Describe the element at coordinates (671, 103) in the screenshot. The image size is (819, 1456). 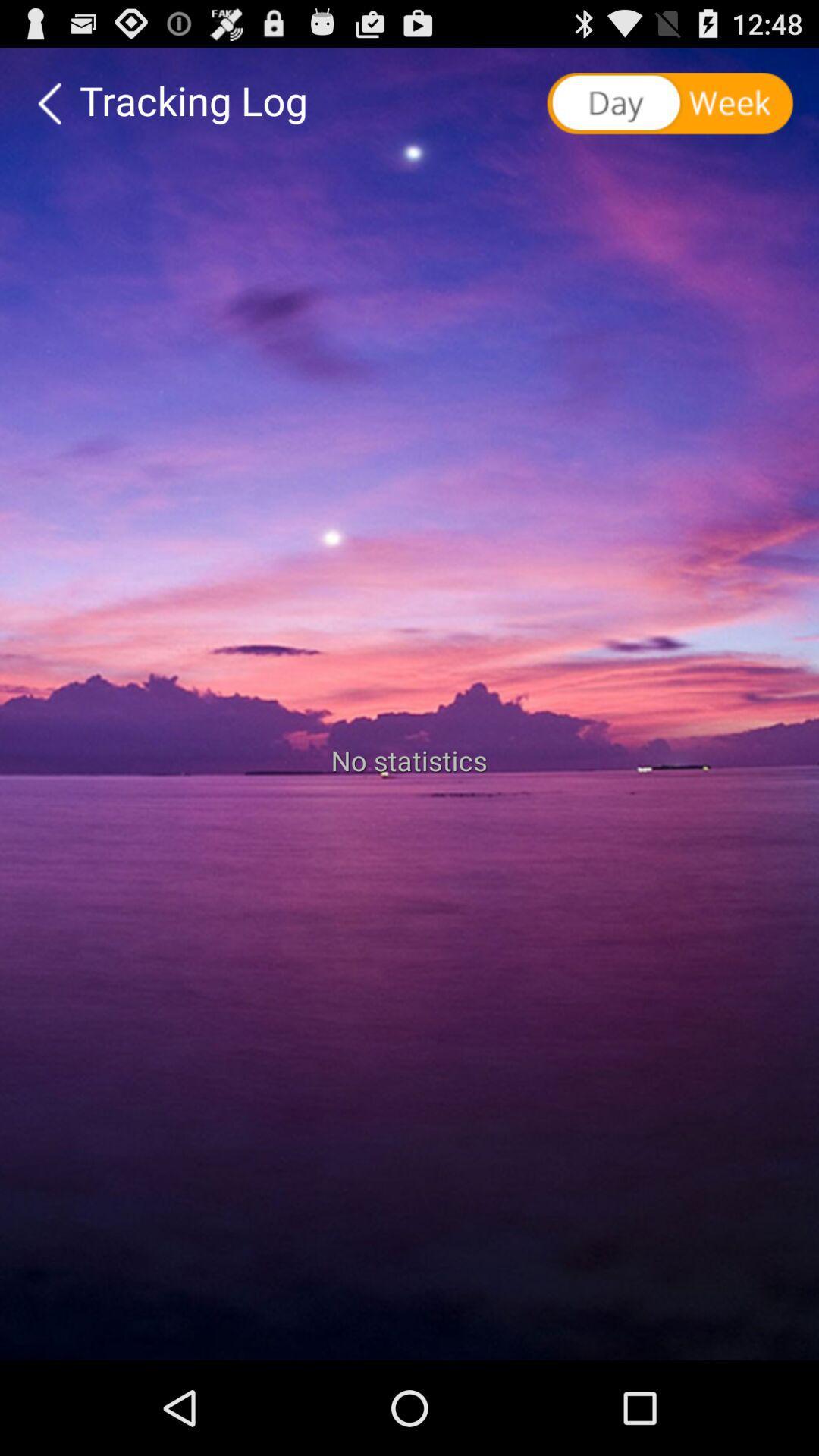
I see `tag the day or week` at that location.